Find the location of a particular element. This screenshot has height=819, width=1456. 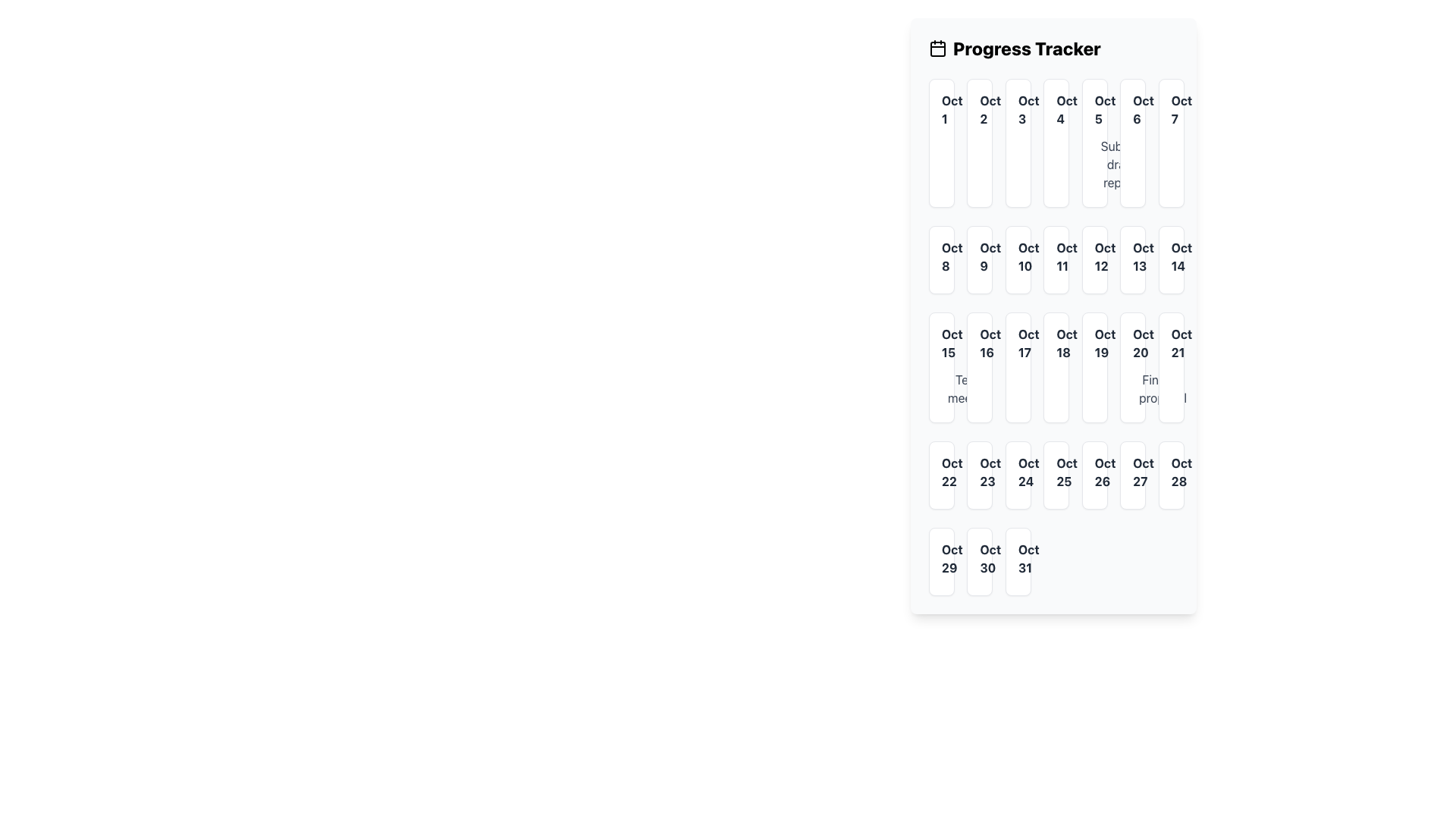

the non-interactive calendar date display for 'Oct 19' located in the fourth column of the 'Progress Tracker' grid, between 'Oct 18' and 'Oct 20' is located at coordinates (1094, 368).